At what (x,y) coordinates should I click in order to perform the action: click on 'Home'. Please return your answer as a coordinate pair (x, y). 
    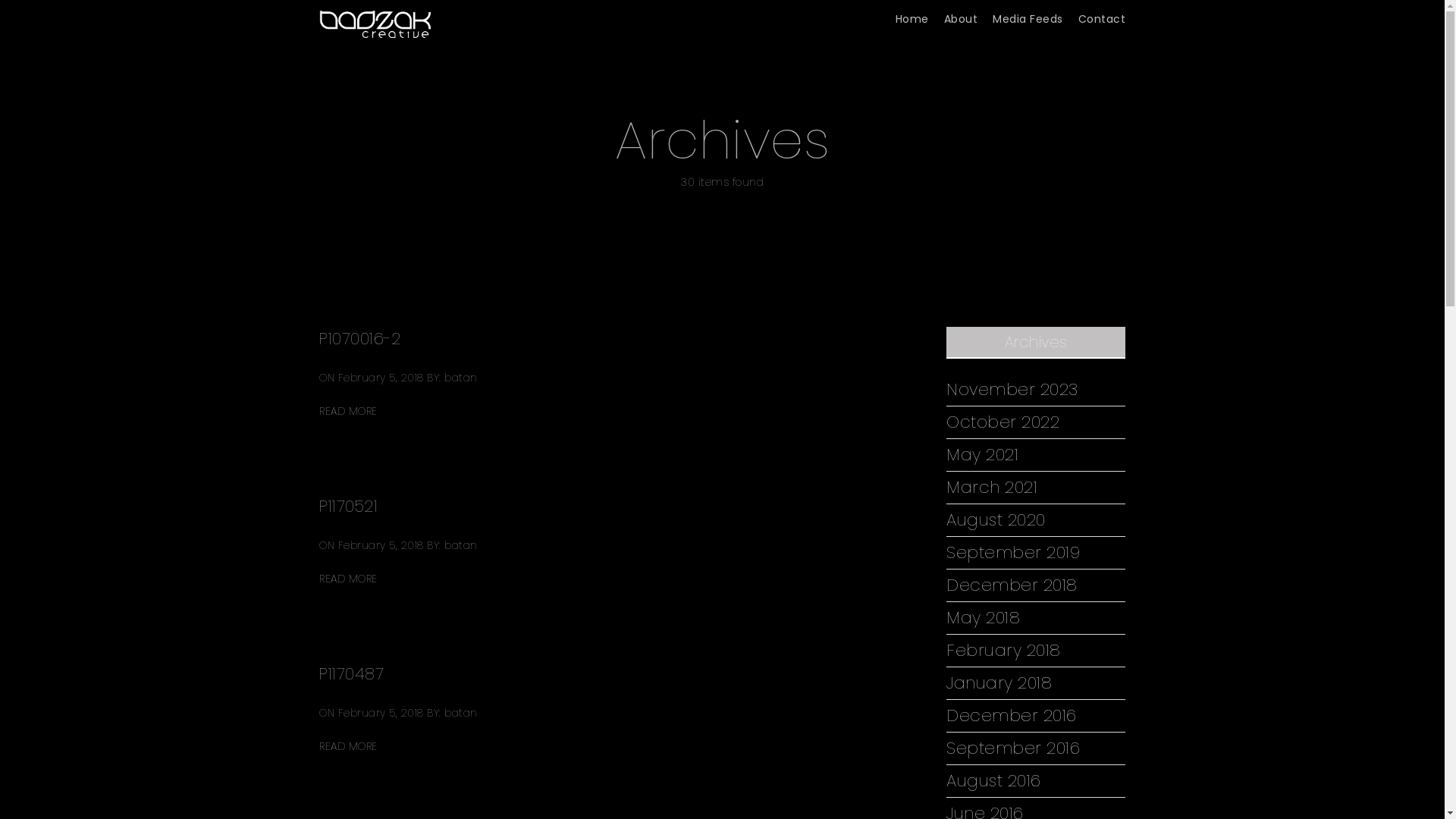
    Looking at the image, I should click on (910, 20).